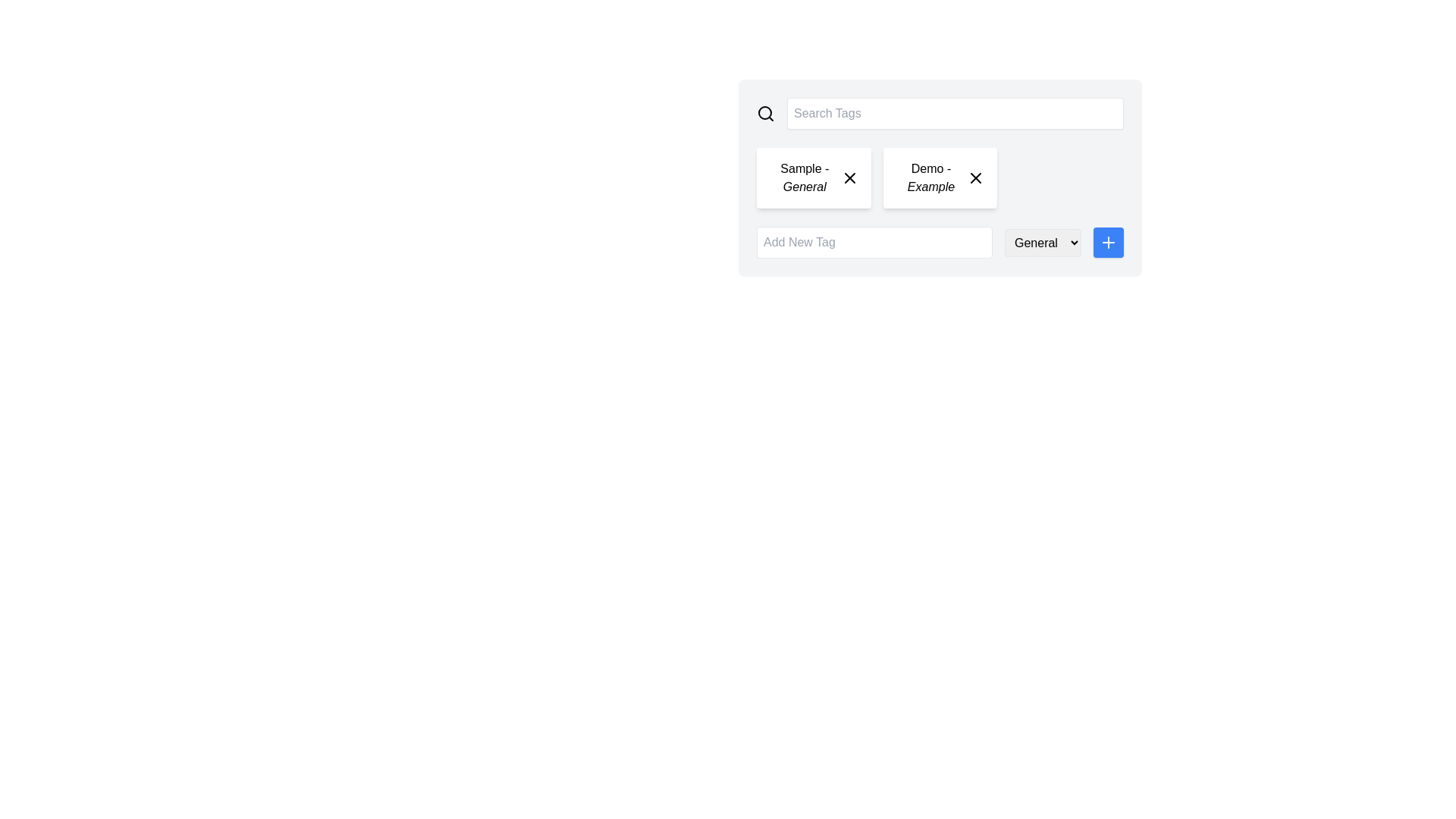  Describe the element at coordinates (1109, 242) in the screenshot. I see `the square blue button with a '+' icon at its center` at that location.